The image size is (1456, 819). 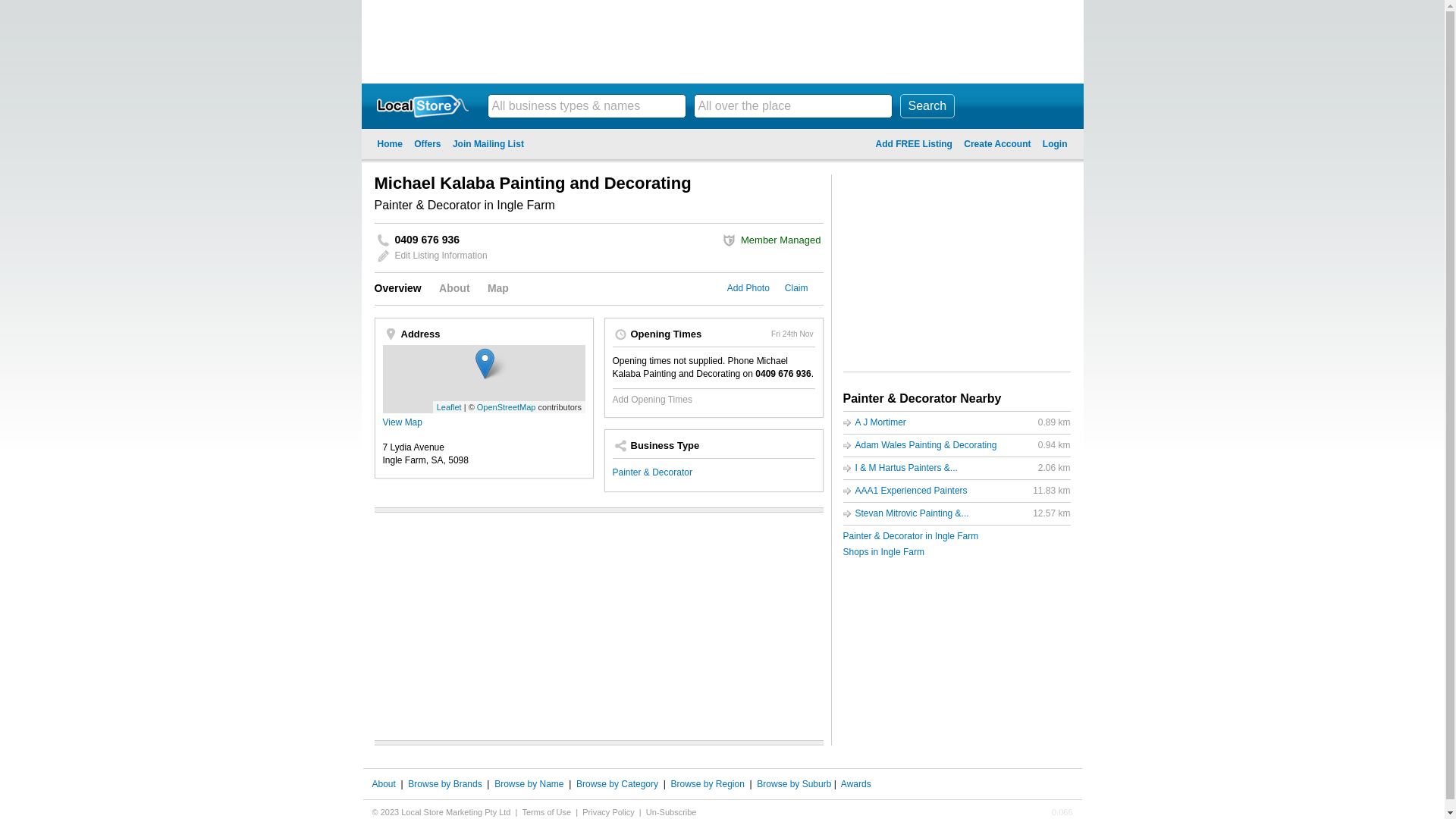 I want to click on 'Join Mailing List', so click(x=488, y=143).